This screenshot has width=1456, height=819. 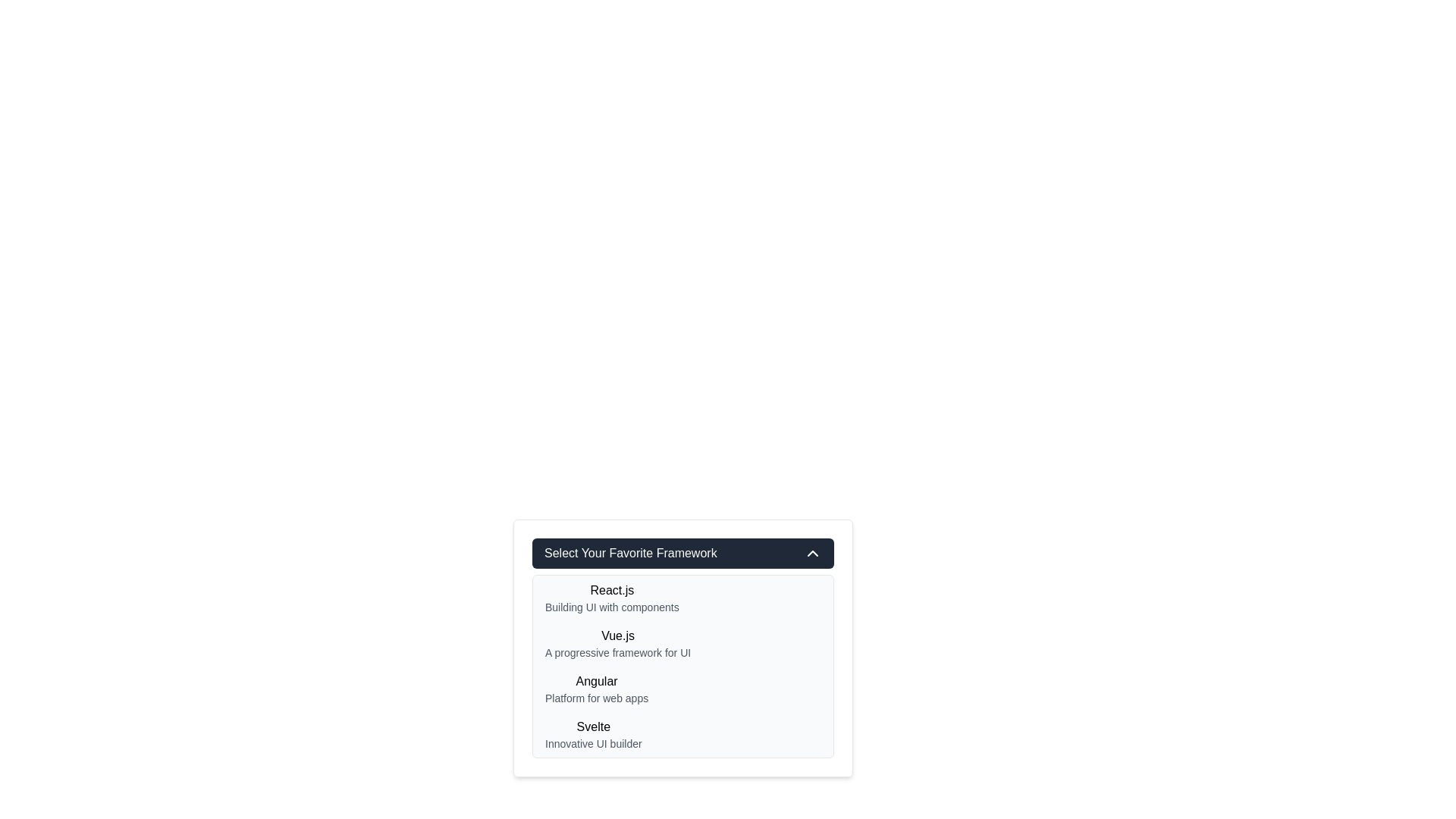 I want to click on the static text indicating 'Vue.js' within the dropdown menu titled 'Select Your Favorite Framework', which is the second item listed after 'React.js', so click(x=618, y=636).